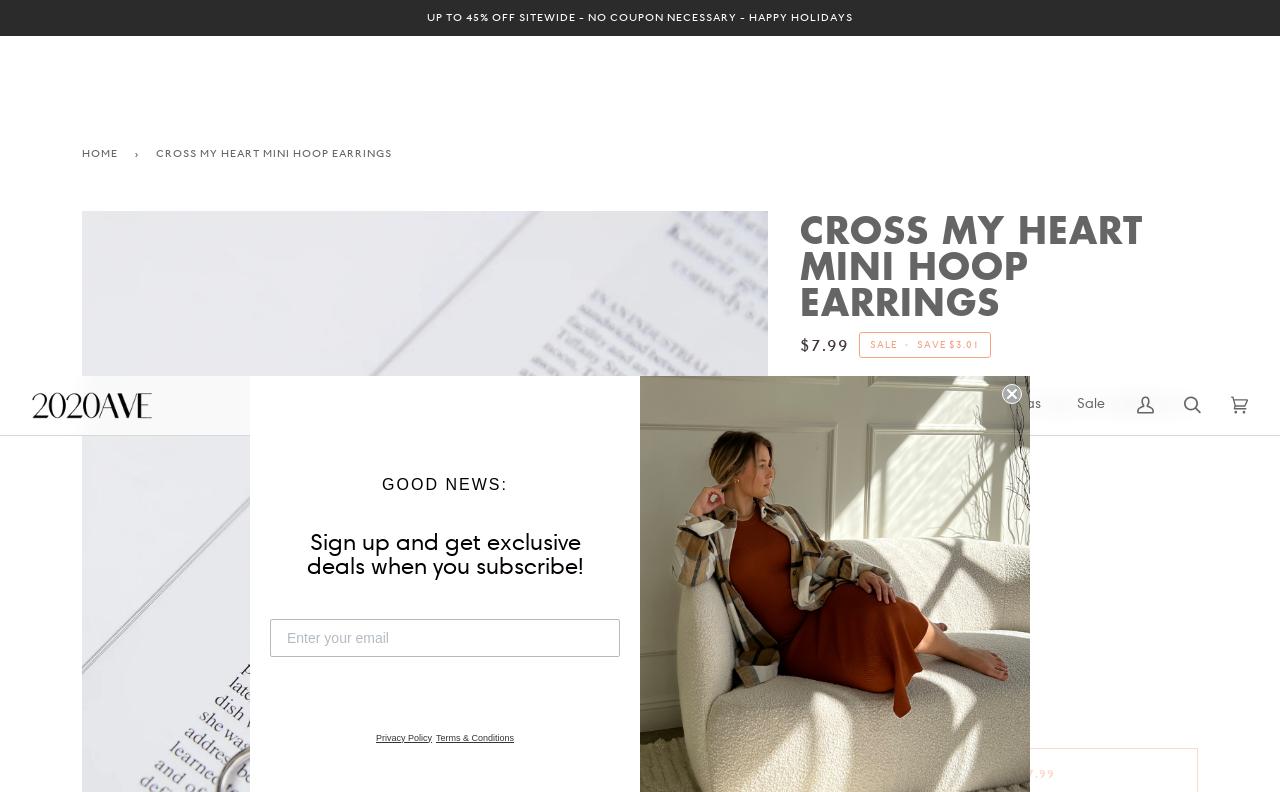 The width and height of the screenshot is (1280, 792). What do you see at coordinates (973, 396) in the screenshot?
I see `'Sold Out'` at bounding box center [973, 396].